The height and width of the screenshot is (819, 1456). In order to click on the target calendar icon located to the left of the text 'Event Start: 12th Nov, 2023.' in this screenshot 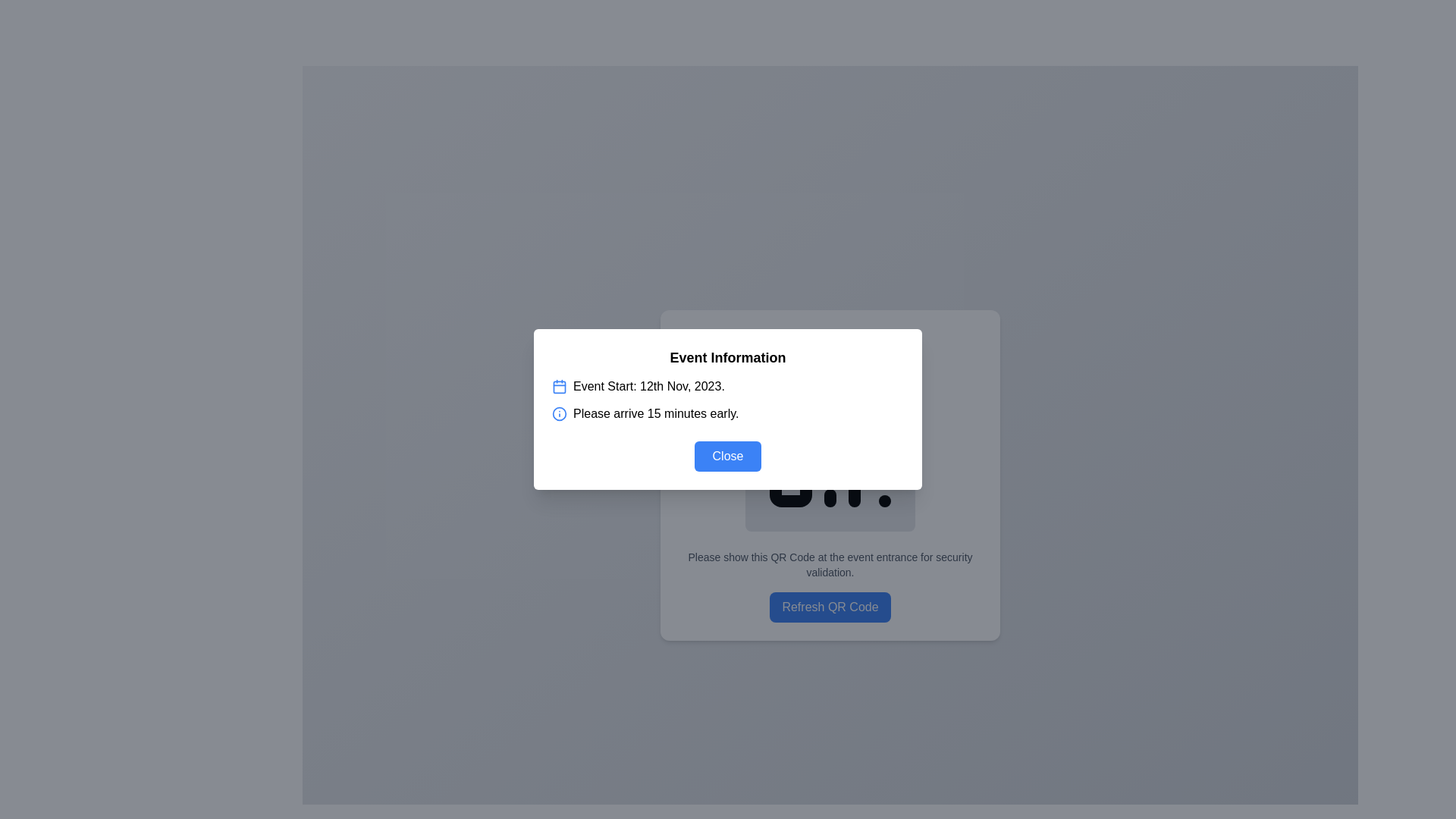, I will do `click(559, 385)`.